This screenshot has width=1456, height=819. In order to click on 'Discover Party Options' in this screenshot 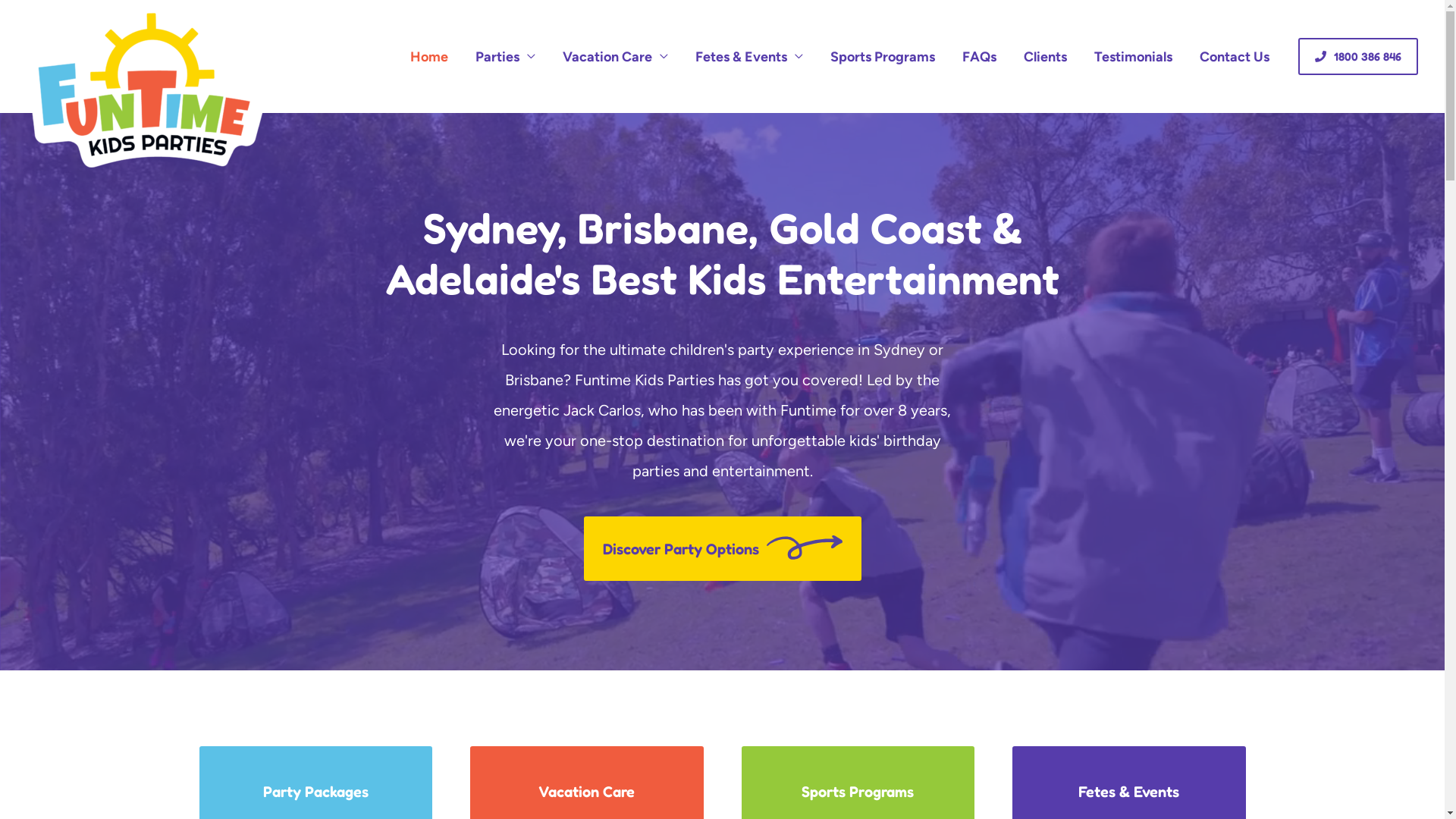, I will do `click(722, 548)`.